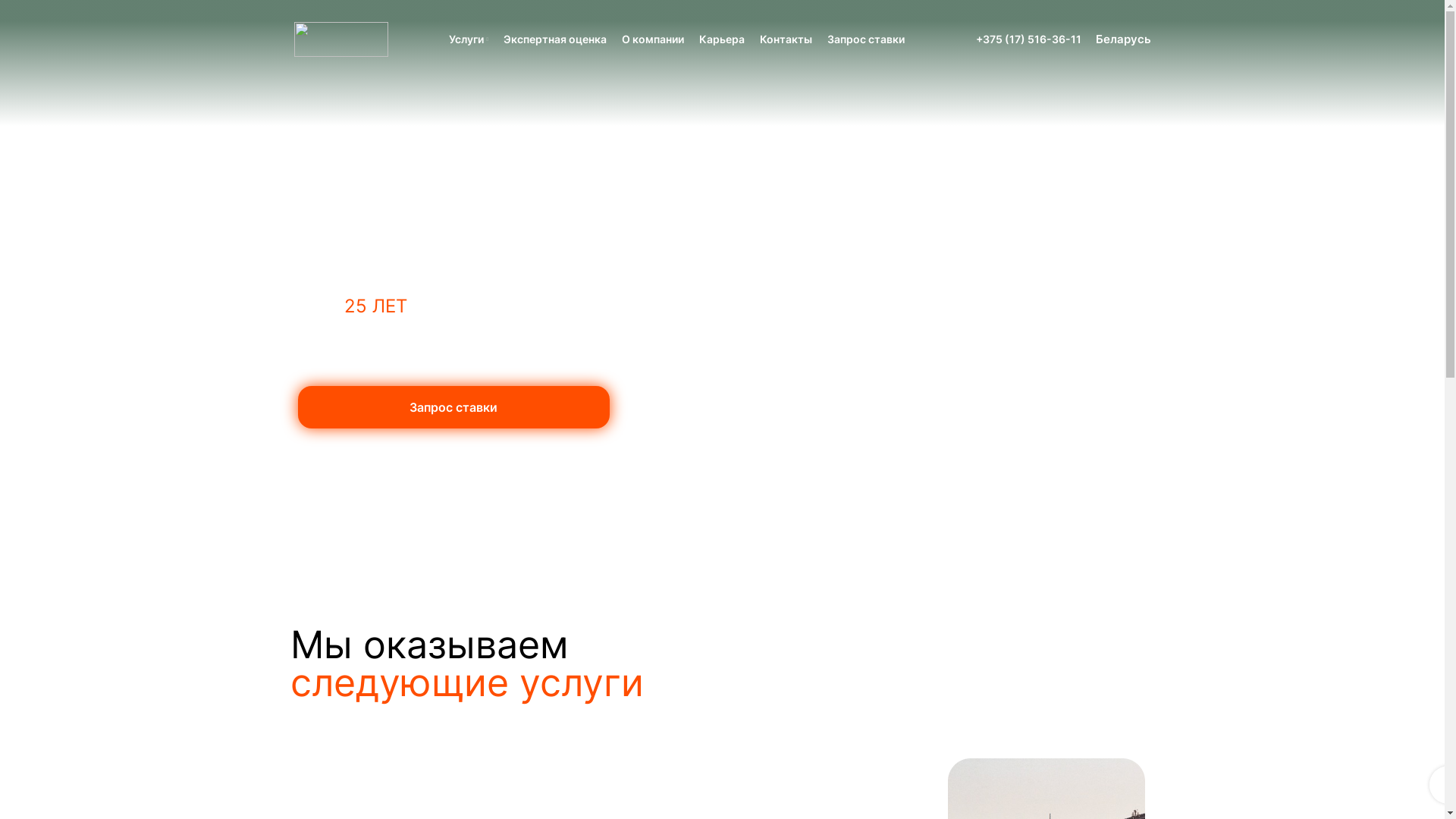  What do you see at coordinates (975, 38) in the screenshot?
I see `'+375 (17) 516-36-11'` at bounding box center [975, 38].